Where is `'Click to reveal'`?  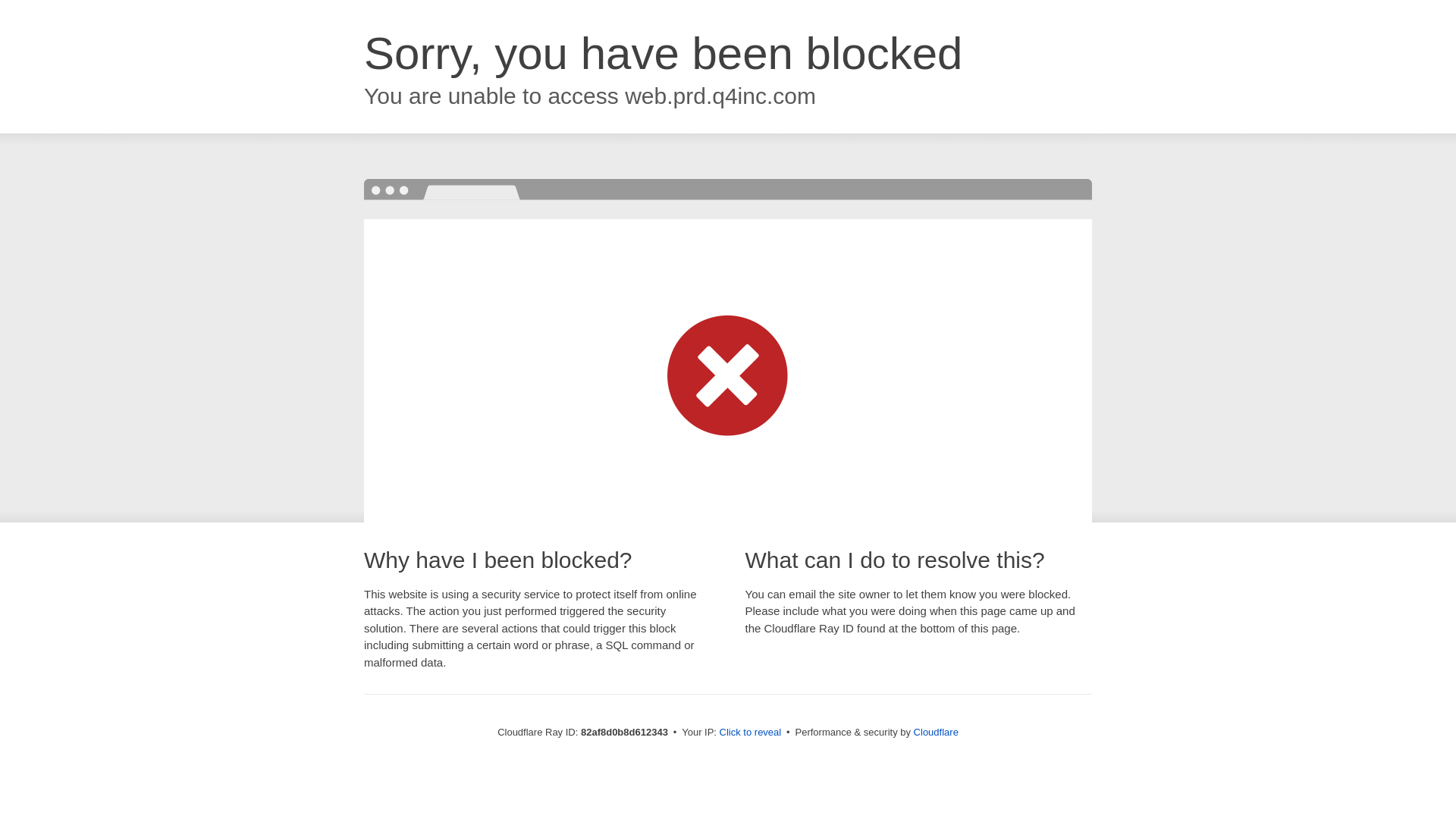 'Click to reveal' is located at coordinates (750, 731).